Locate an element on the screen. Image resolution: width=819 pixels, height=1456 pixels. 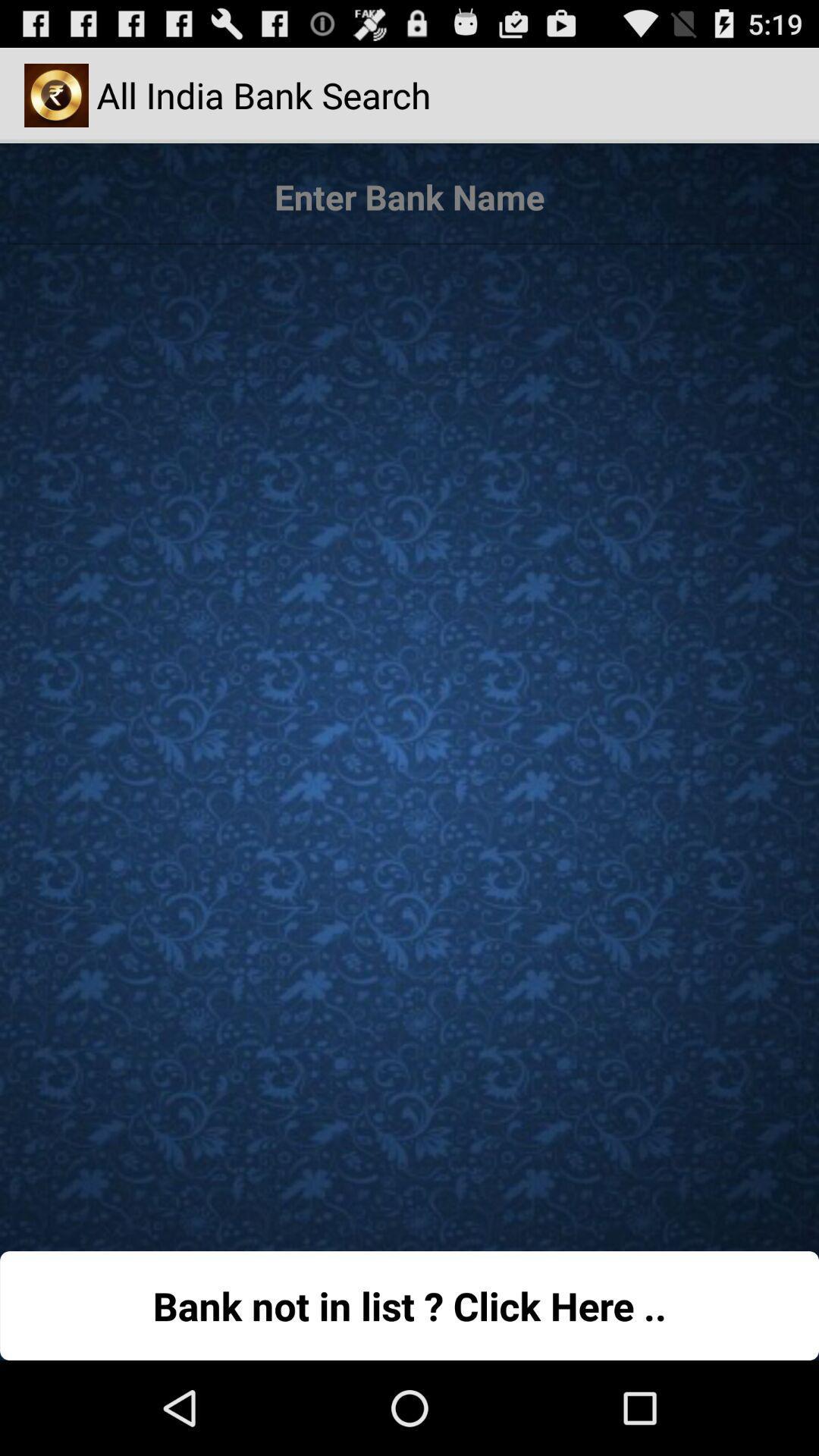
bank name is located at coordinates (409, 196).